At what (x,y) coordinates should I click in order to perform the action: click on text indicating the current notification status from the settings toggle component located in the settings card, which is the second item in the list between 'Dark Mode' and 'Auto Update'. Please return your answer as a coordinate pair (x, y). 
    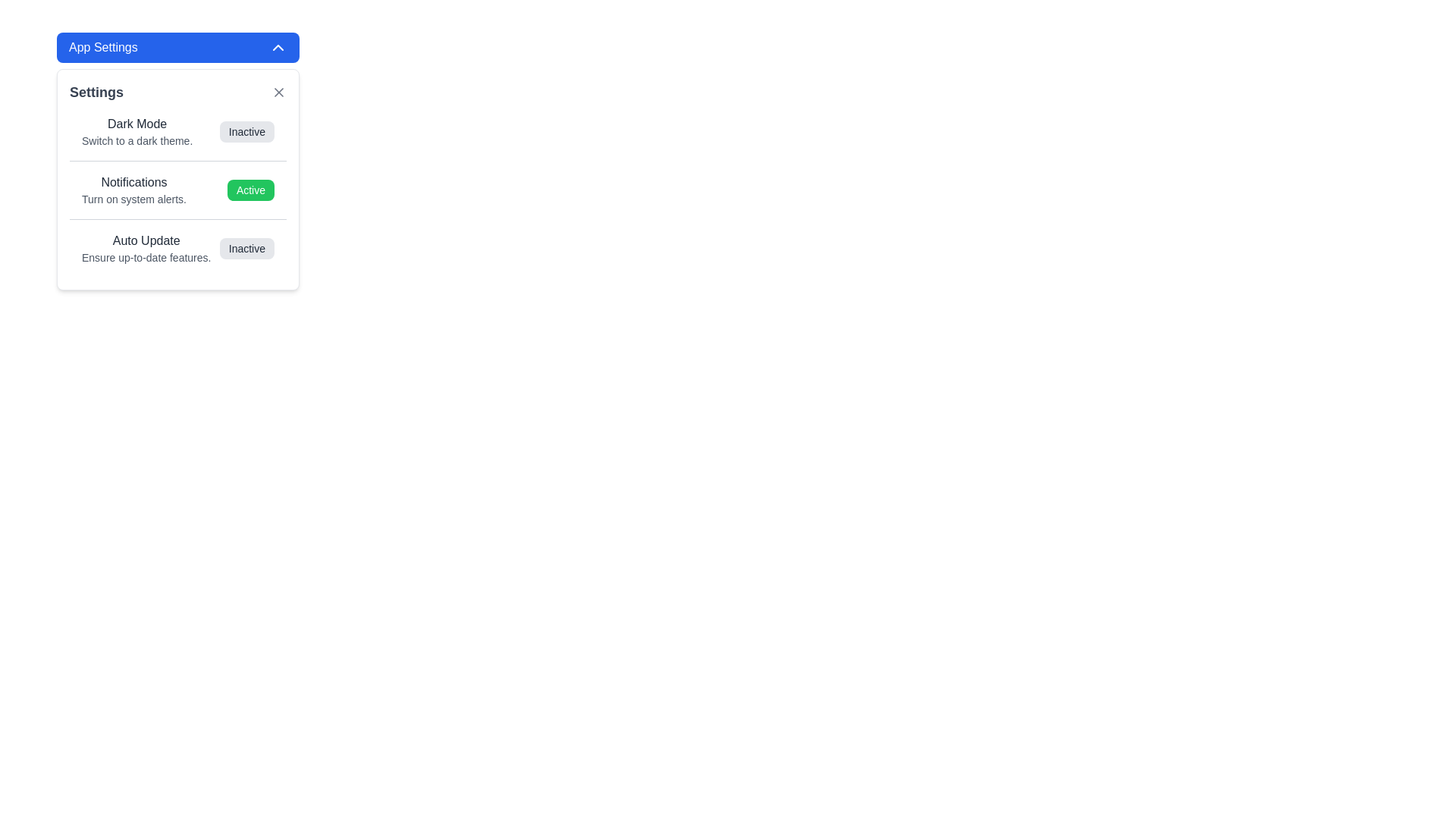
    Looking at the image, I should click on (178, 189).